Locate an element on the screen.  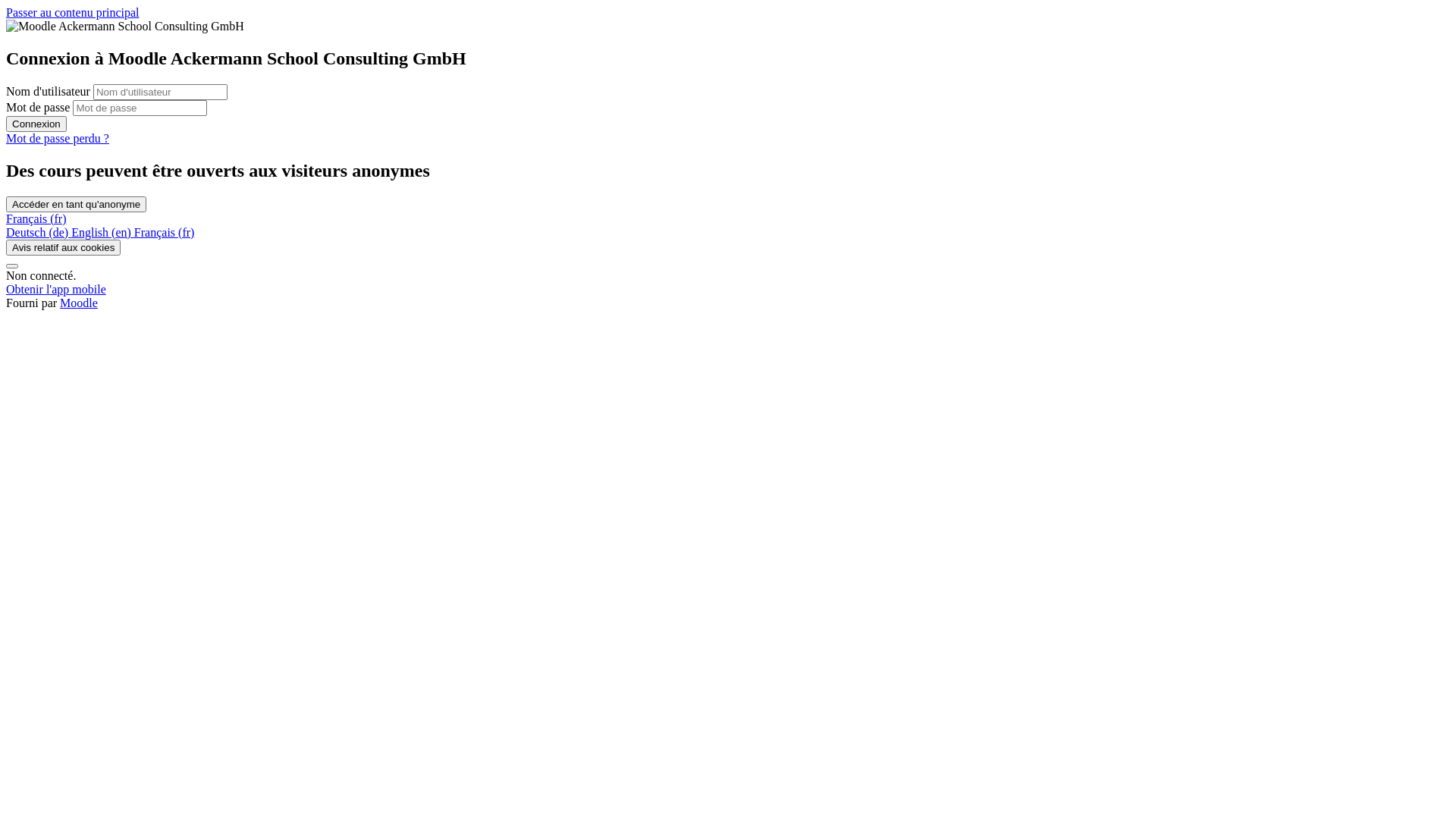
'Deutsch (de)' is located at coordinates (39, 232).